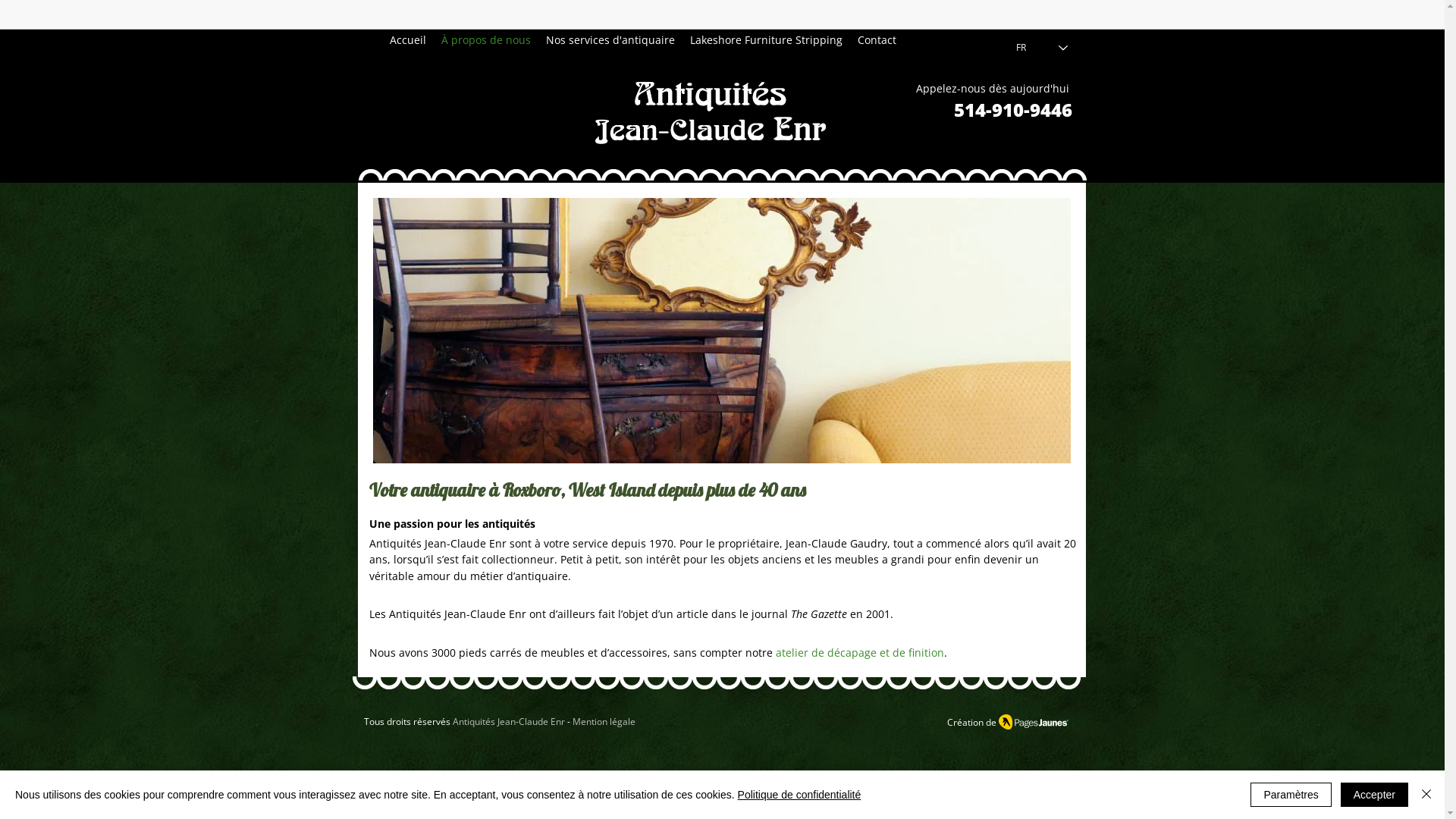  I want to click on 'Accueil', so click(407, 39).